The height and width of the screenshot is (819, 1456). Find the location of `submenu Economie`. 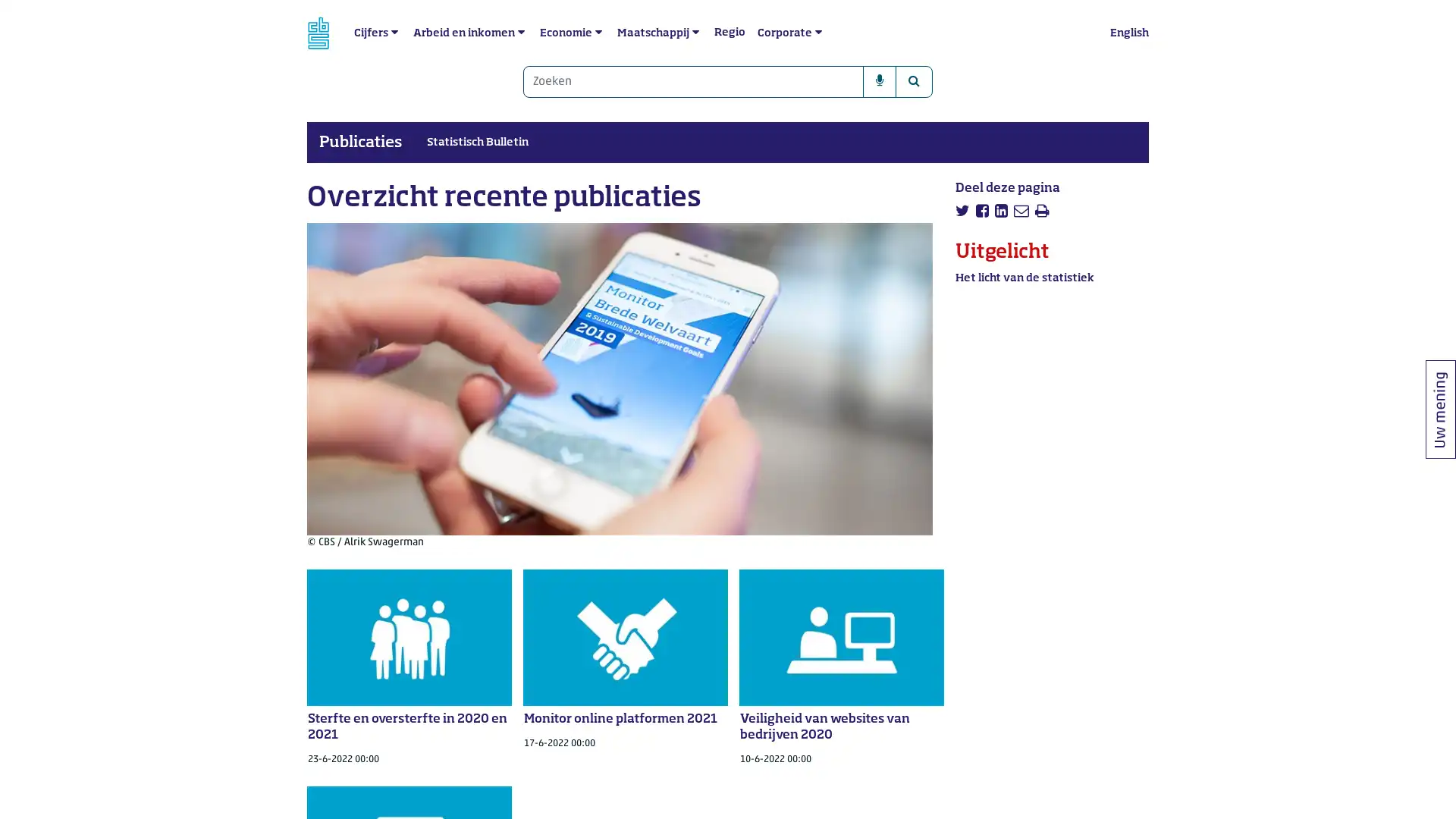

submenu Economie is located at coordinates (598, 32).